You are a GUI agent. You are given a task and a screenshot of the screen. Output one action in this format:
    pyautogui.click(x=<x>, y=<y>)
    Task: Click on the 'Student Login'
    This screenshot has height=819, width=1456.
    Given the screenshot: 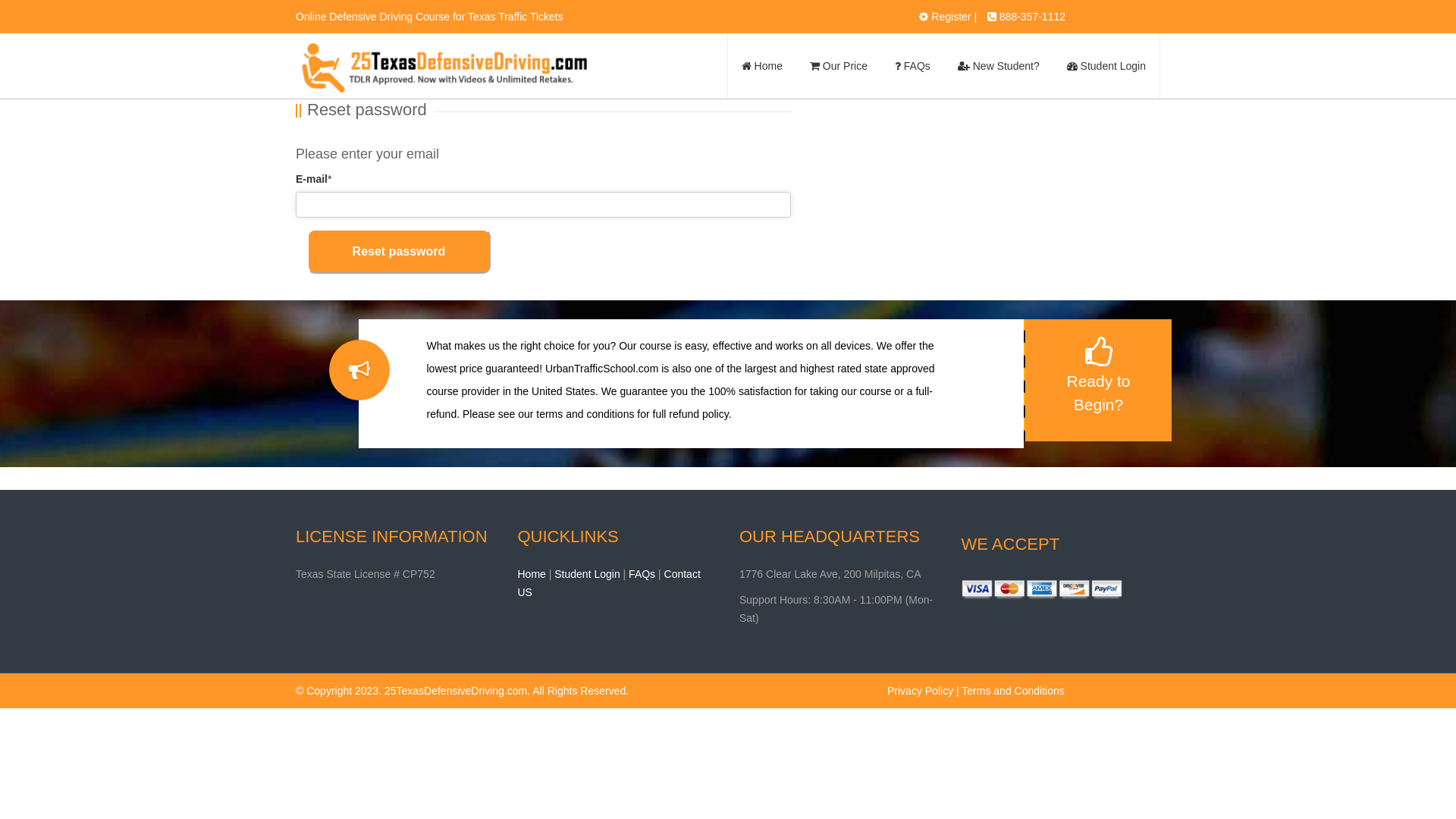 What is the action you would take?
    pyautogui.click(x=553, y=573)
    